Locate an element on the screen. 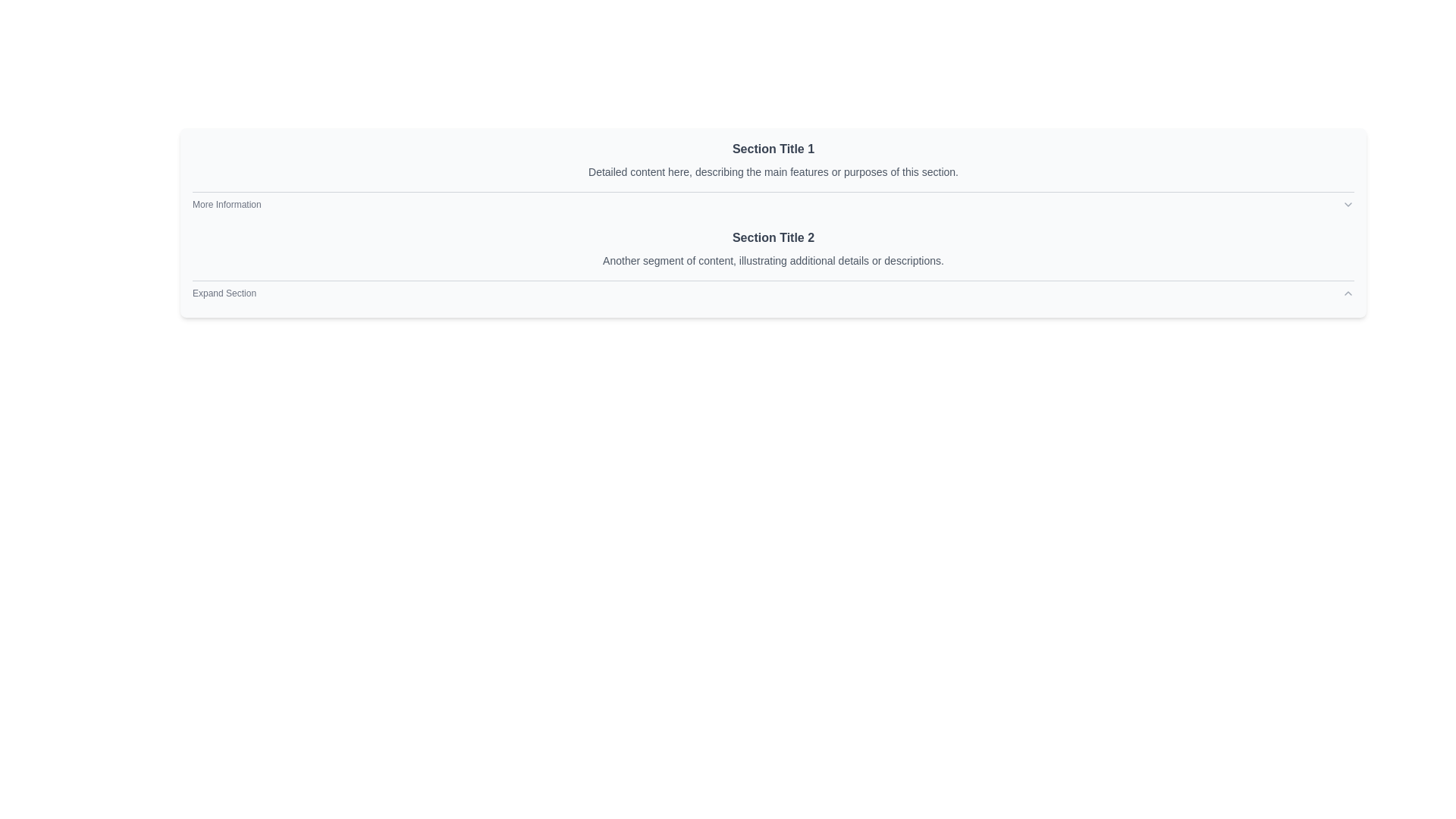 This screenshot has height=819, width=1456. the Header with Description element located between 'More Information' and 'Expand Section' is located at coordinates (773, 247).